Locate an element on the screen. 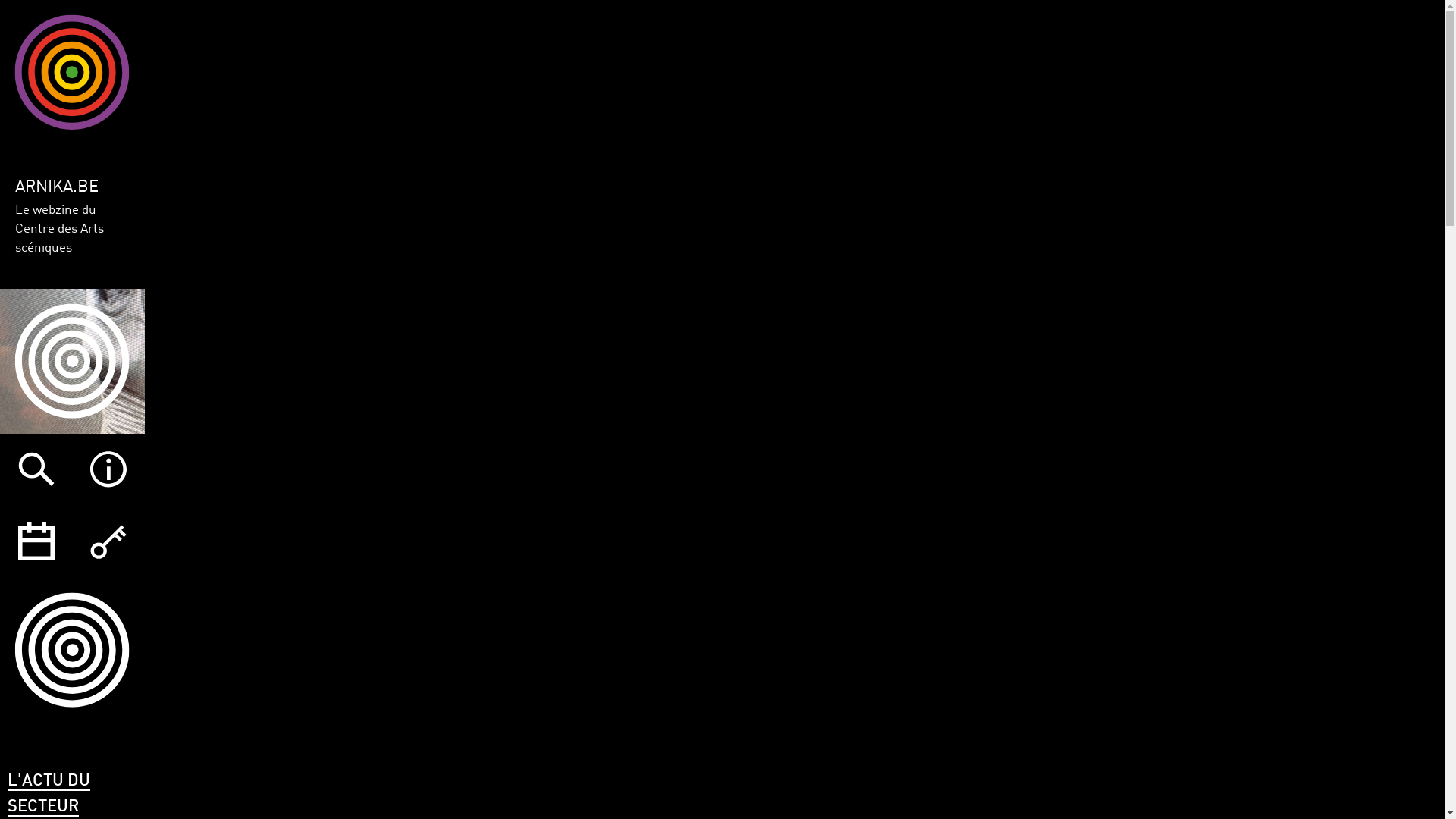 The image size is (1456, 819). 'Connexion' is located at coordinates (107, 541).